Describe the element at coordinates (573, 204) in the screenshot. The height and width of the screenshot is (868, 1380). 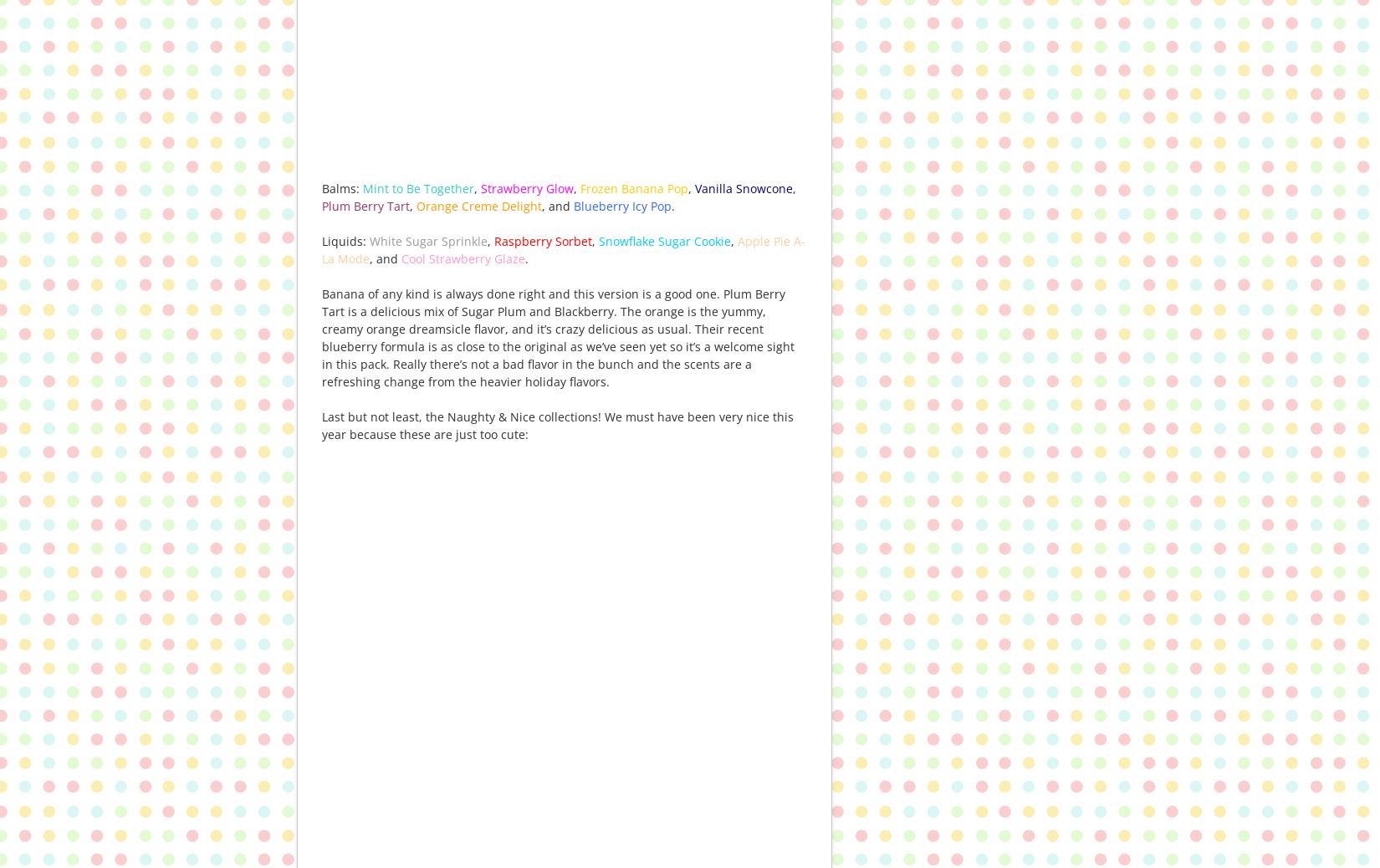
I see `'Blueberry Icy Pop'` at that location.